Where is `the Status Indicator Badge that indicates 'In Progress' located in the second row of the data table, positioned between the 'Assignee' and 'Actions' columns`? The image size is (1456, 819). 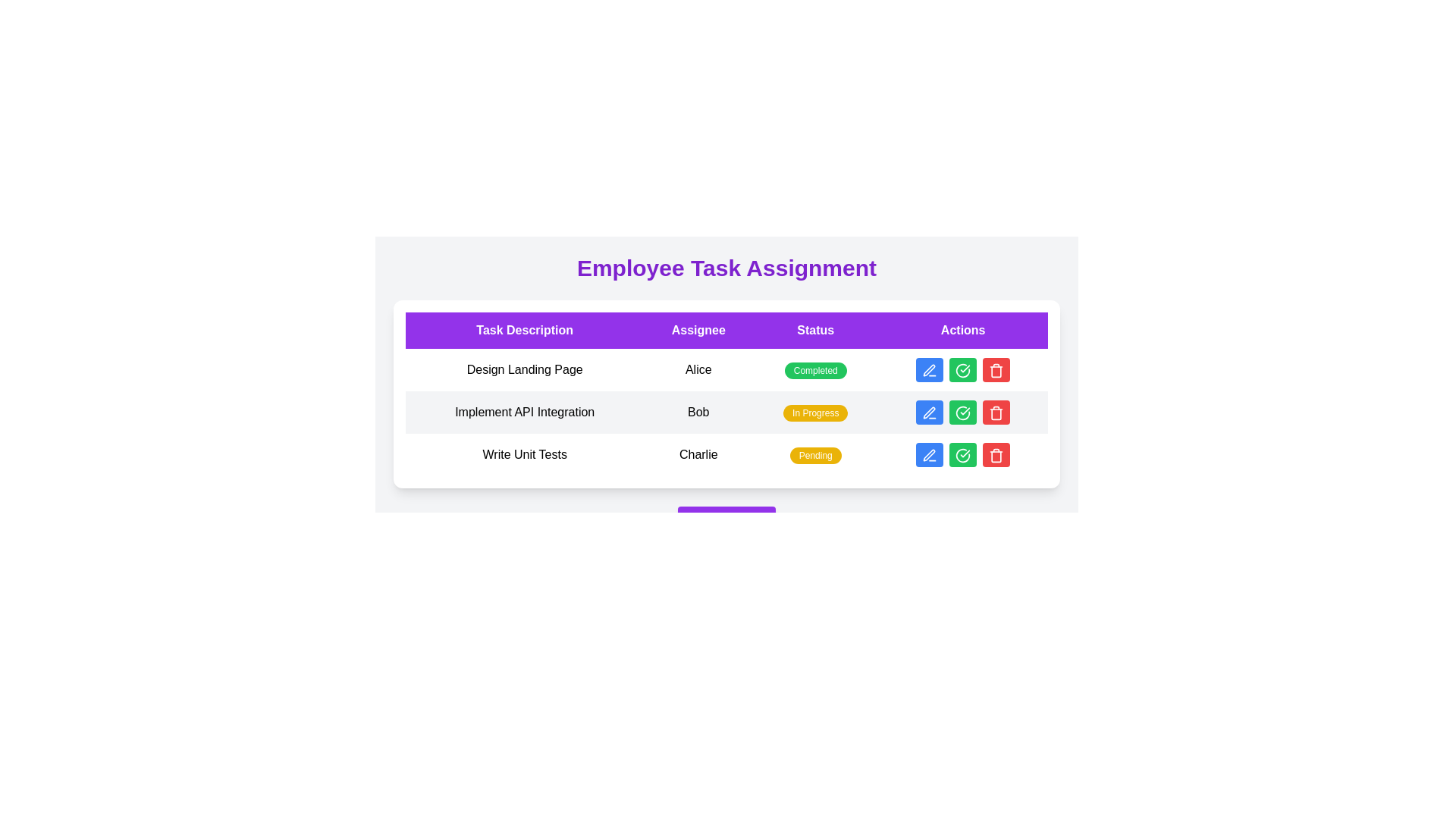 the Status Indicator Badge that indicates 'In Progress' located in the second row of the data table, positioned between the 'Assignee' and 'Actions' columns is located at coordinates (814, 413).